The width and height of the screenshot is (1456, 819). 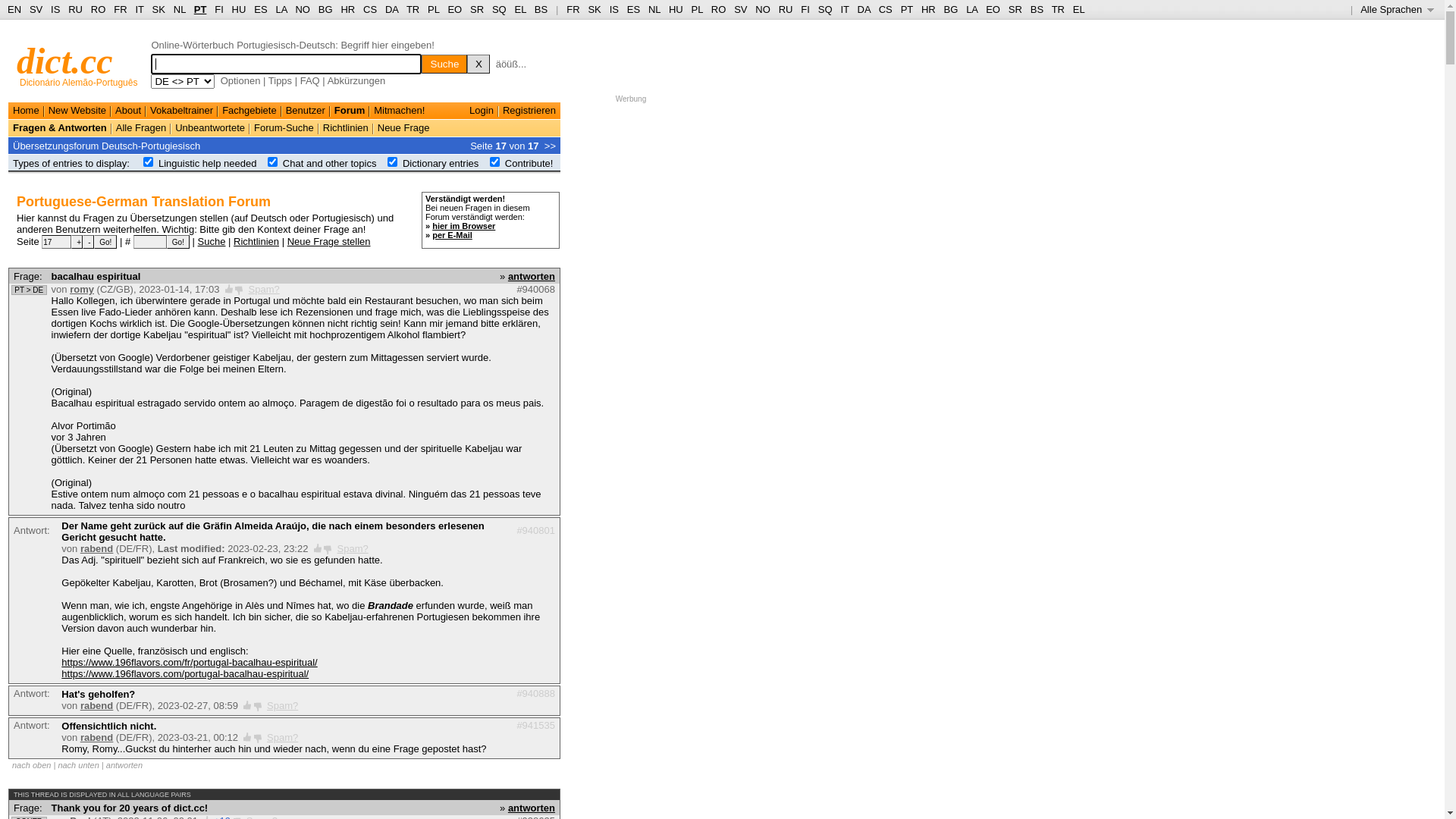 What do you see at coordinates (403, 163) in the screenshot?
I see `'Dictionary entries'` at bounding box center [403, 163].